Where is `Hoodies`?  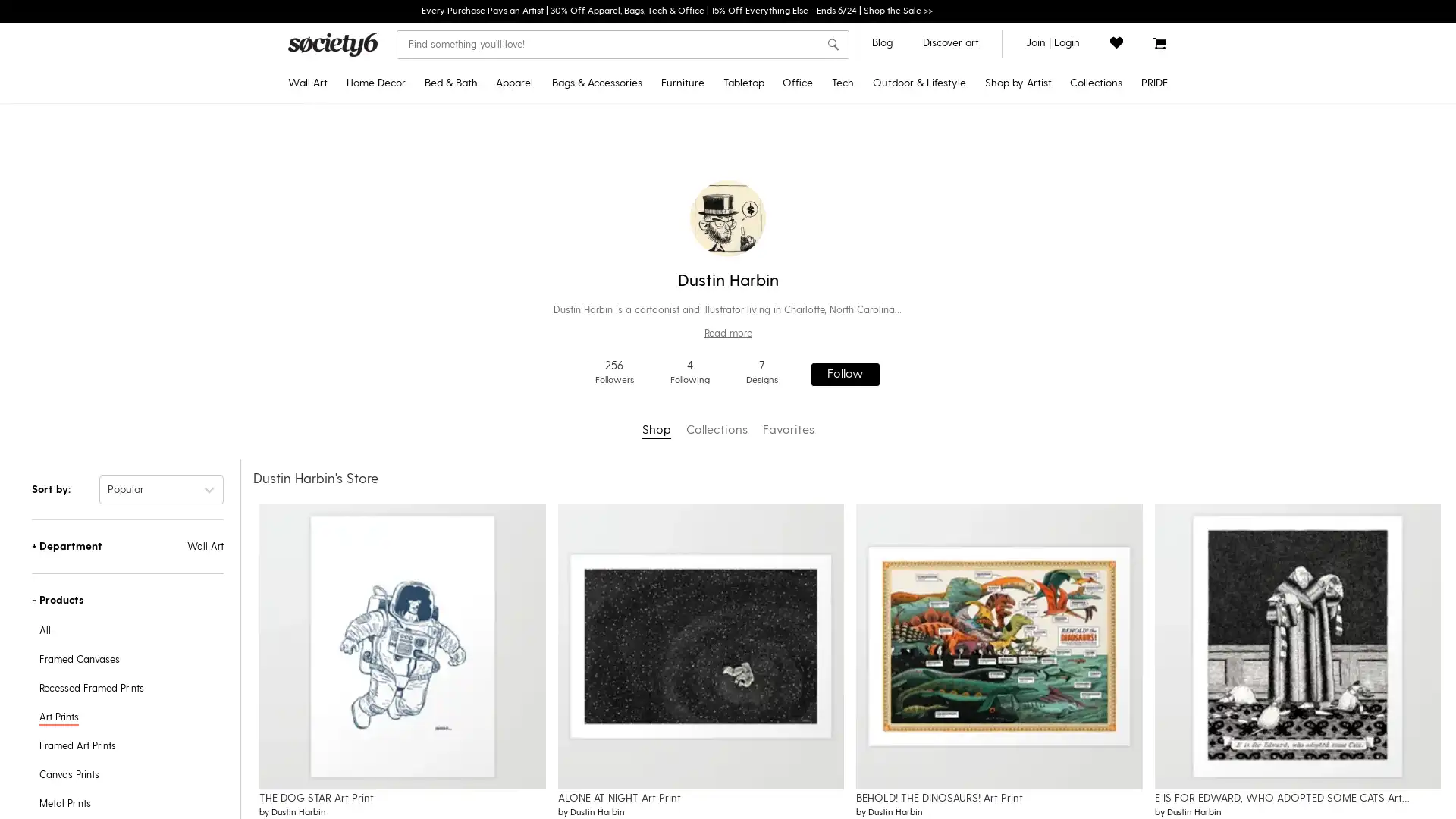
Hoodies is located at coordinates (562, 170).